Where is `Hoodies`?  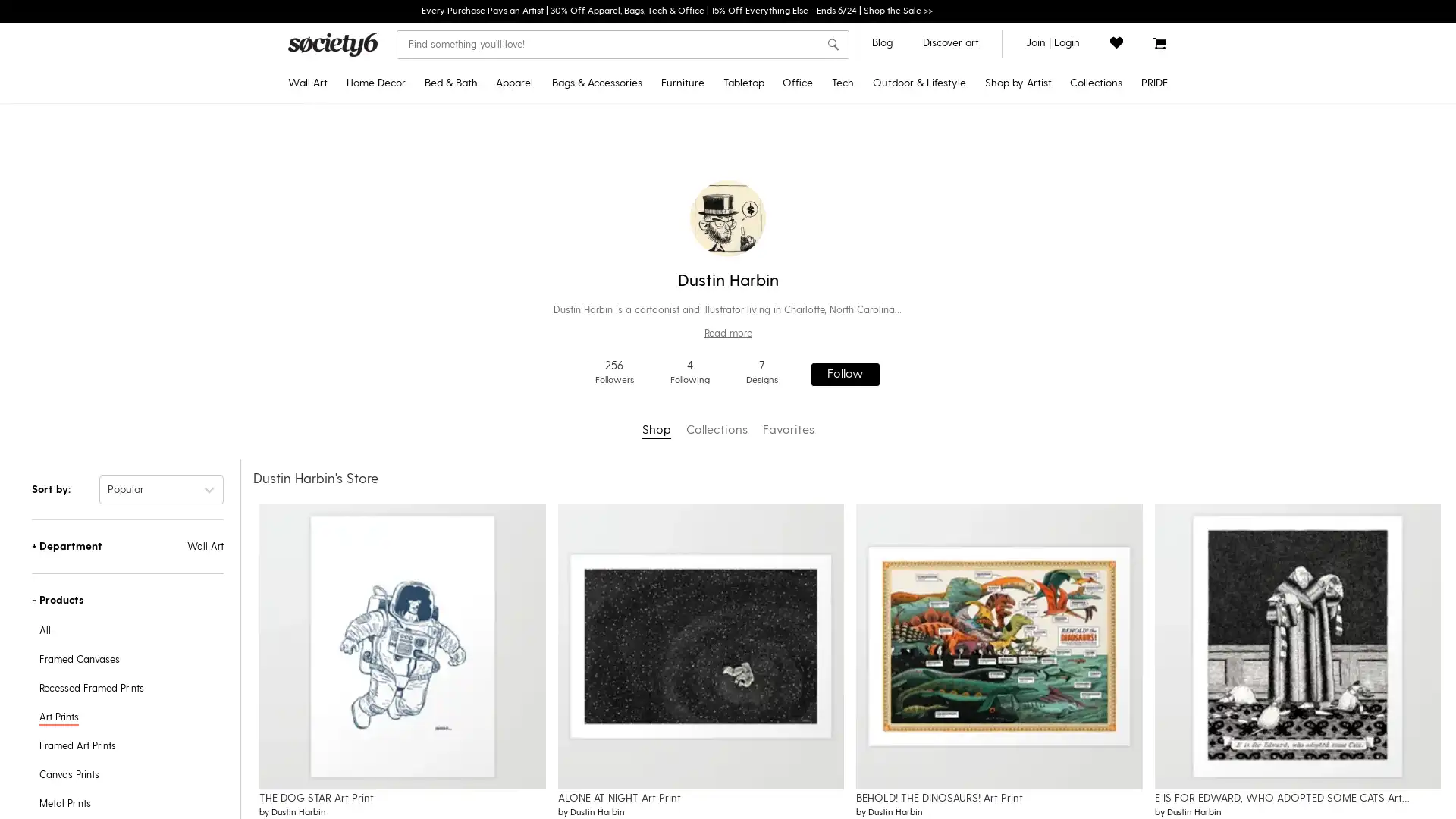
Hoodies is located at coordinates (562, 170).